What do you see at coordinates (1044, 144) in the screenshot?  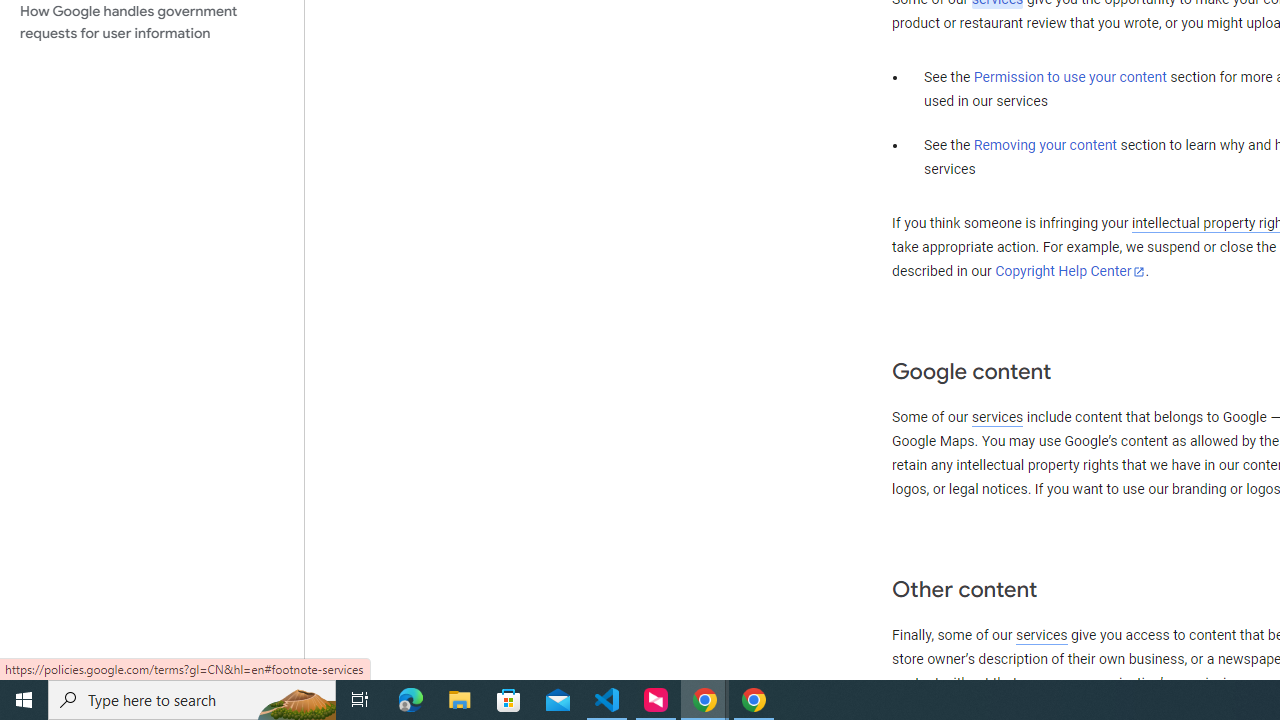 I see `'Removing your content'` at bounding box center [1044, 144].